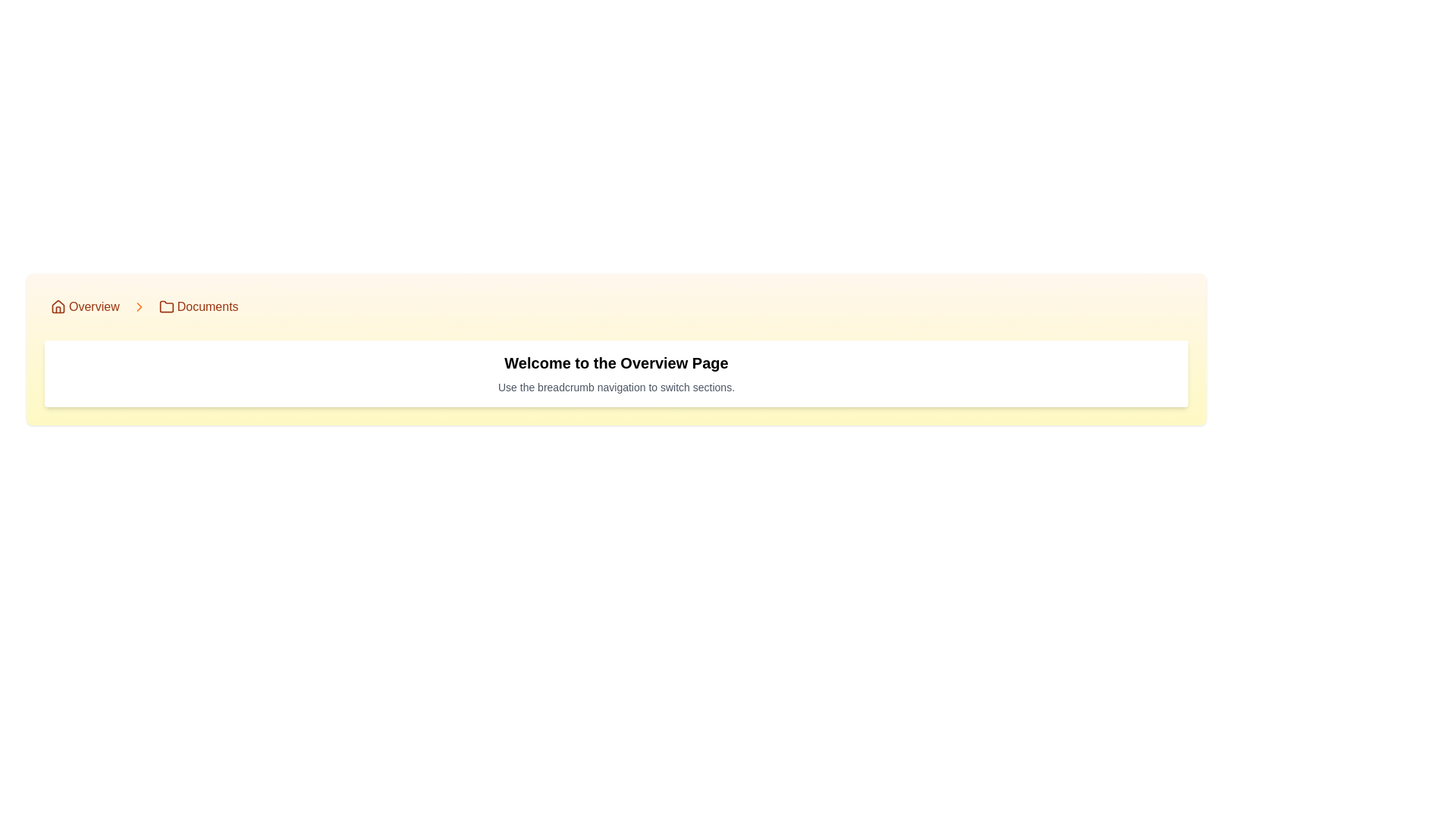 The height and width of the screenshot is (819, 1456). What do you see at coordinates (198, 307) in the screenshot?
I see `the navigation button located in the breadcrumb navigation bar, which is the second button after 'Overview'` at bounding box center [198, 307].